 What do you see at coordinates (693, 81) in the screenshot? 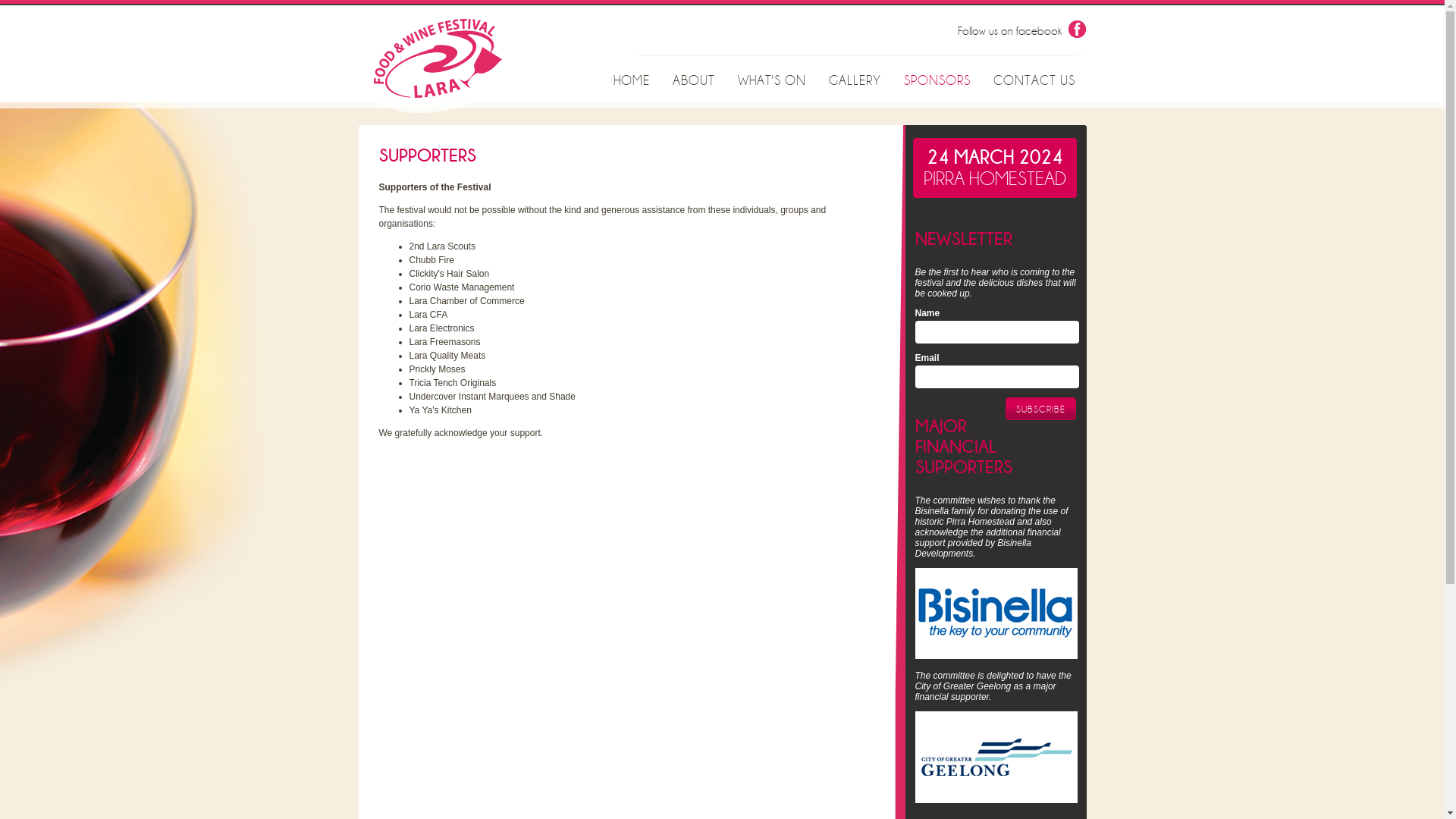
I see `'ABOUT'` at bounding box center [693, 81].